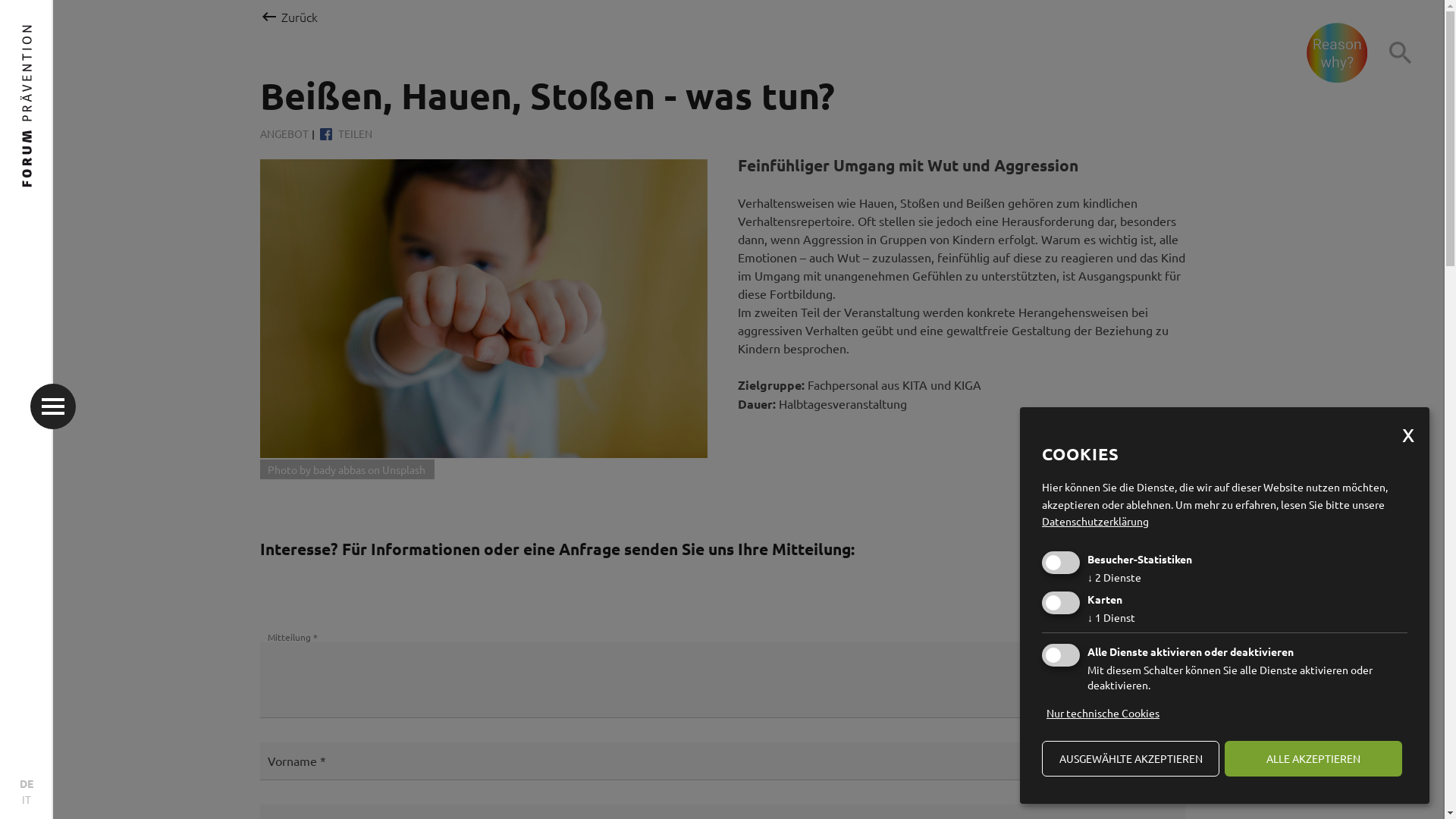 The width and height of the screenshot is (1456, 819). Describe the element at coordinates (1040, 713) in the screenshot. I see `'Nur technische Cookies'` at that location.